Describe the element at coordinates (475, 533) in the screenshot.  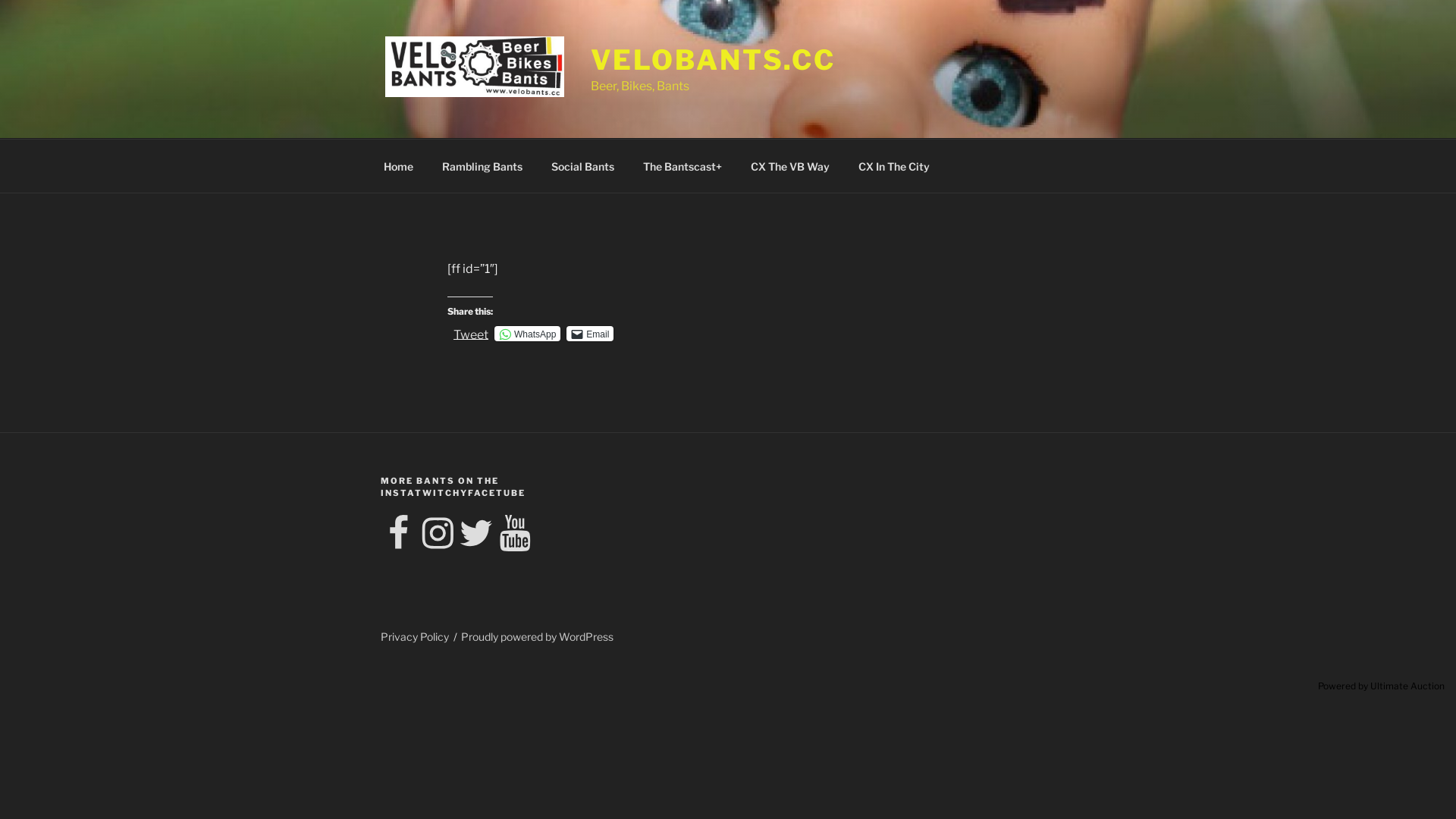
I see `'Twitter'` at that location.